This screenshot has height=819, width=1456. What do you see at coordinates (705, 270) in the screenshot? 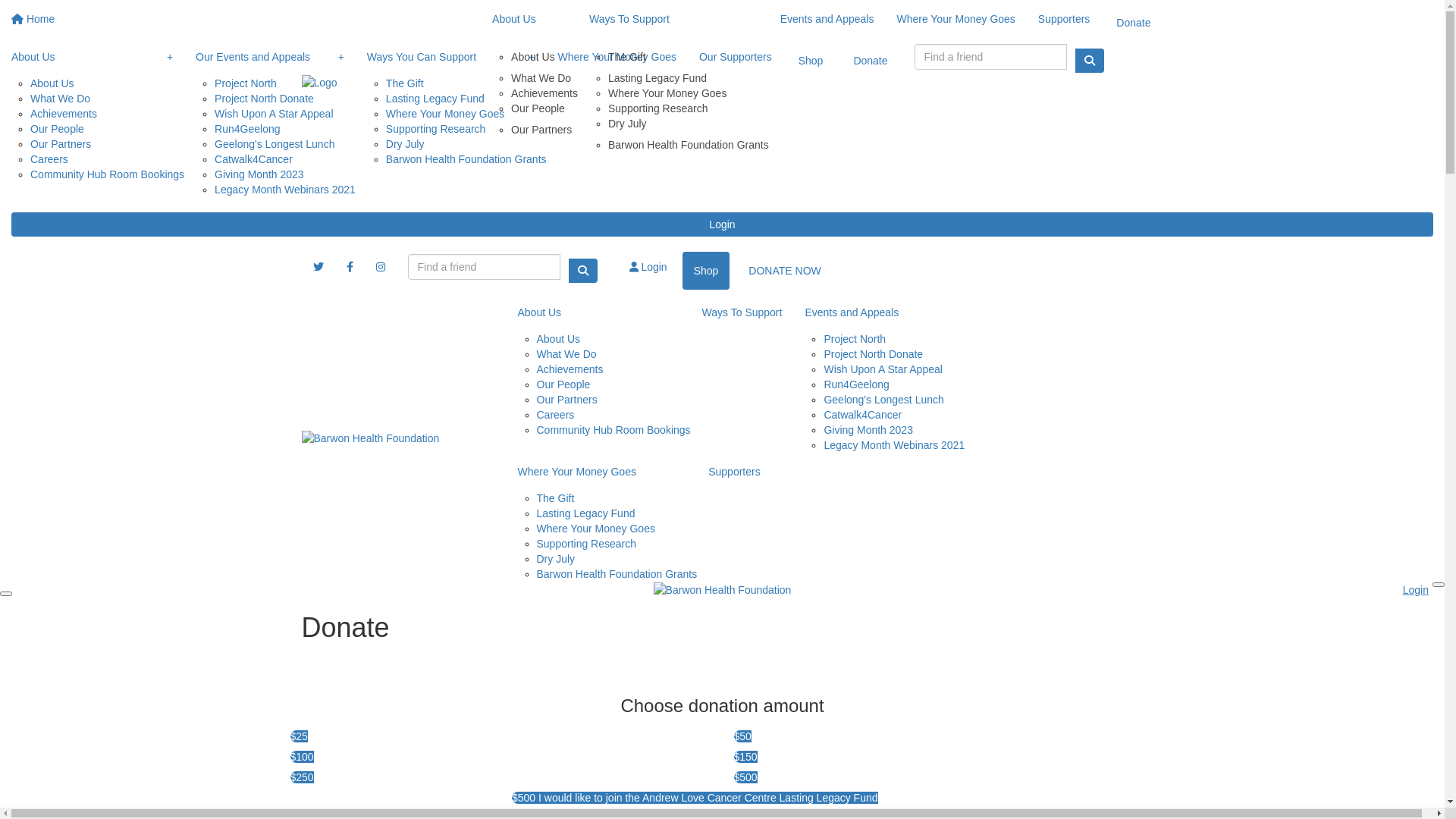
I see `'Shop'` at bounding box center [705, 270].